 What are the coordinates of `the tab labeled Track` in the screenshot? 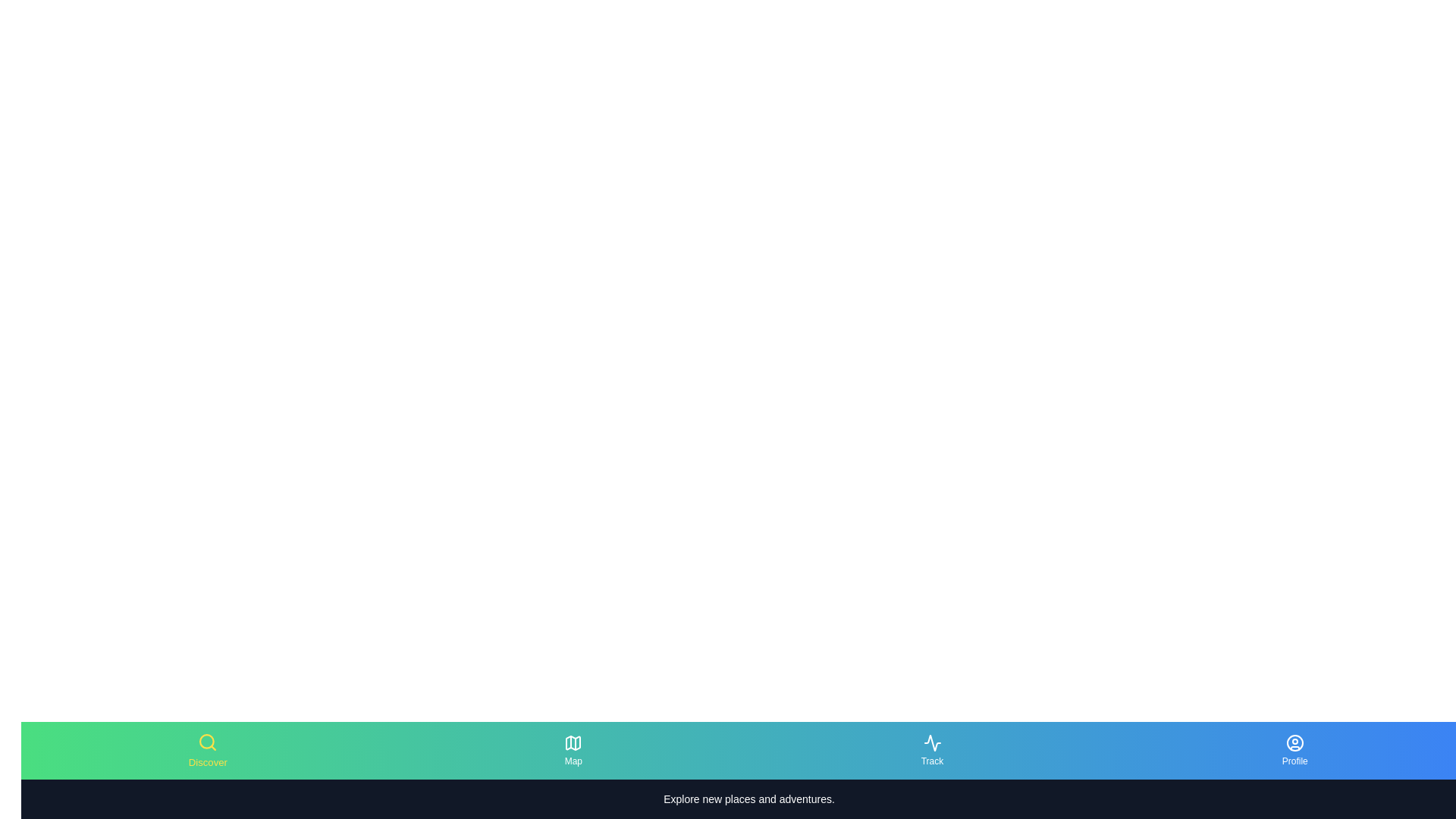 It's located at (931, 751).